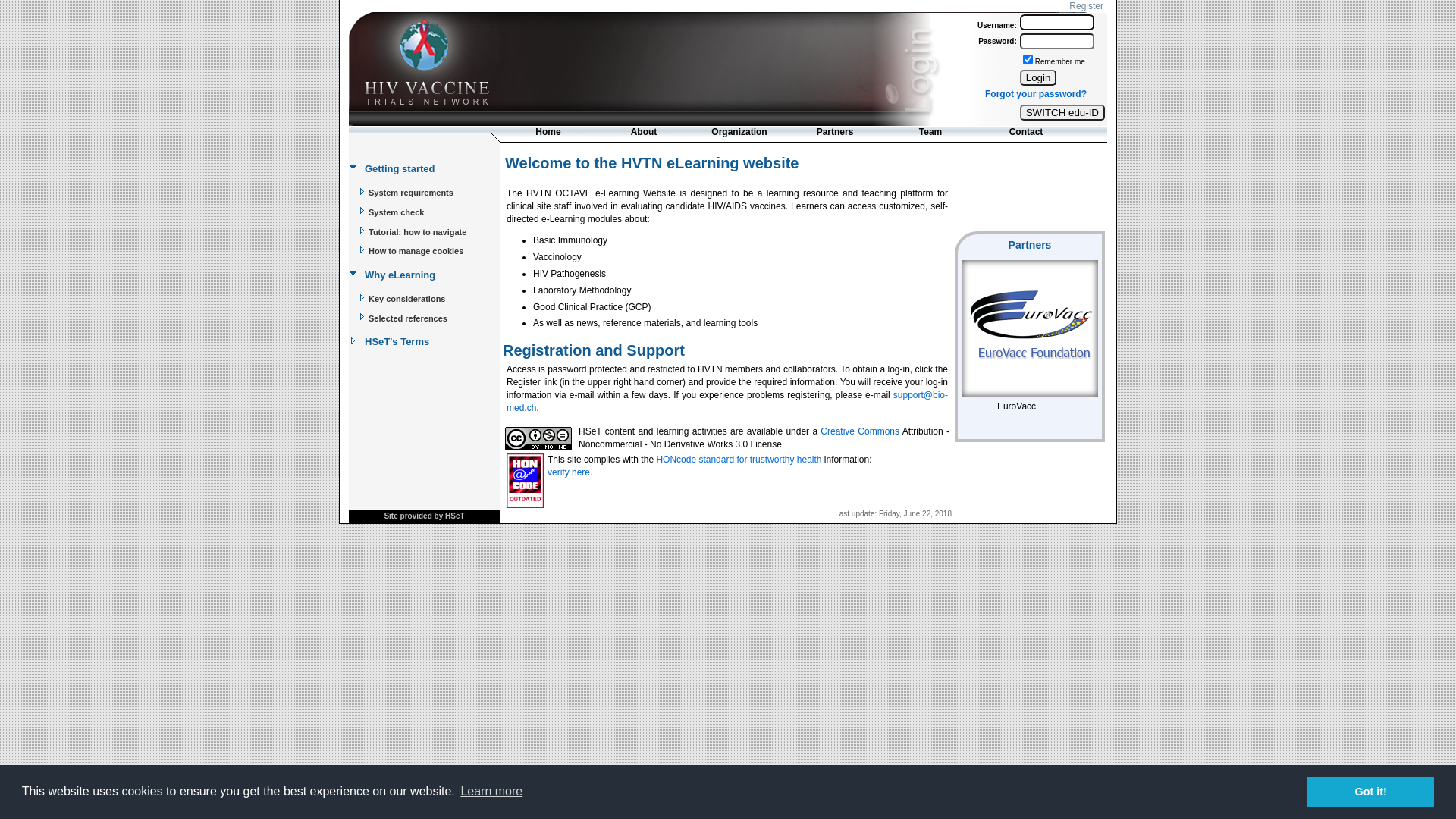 The height and width of the screenshot is (819, 1456). What do you see at coordinates (1062, 111) in the screenshot?
I see `'SWITCH edu-ID'` at bounding box center [1062, 111].